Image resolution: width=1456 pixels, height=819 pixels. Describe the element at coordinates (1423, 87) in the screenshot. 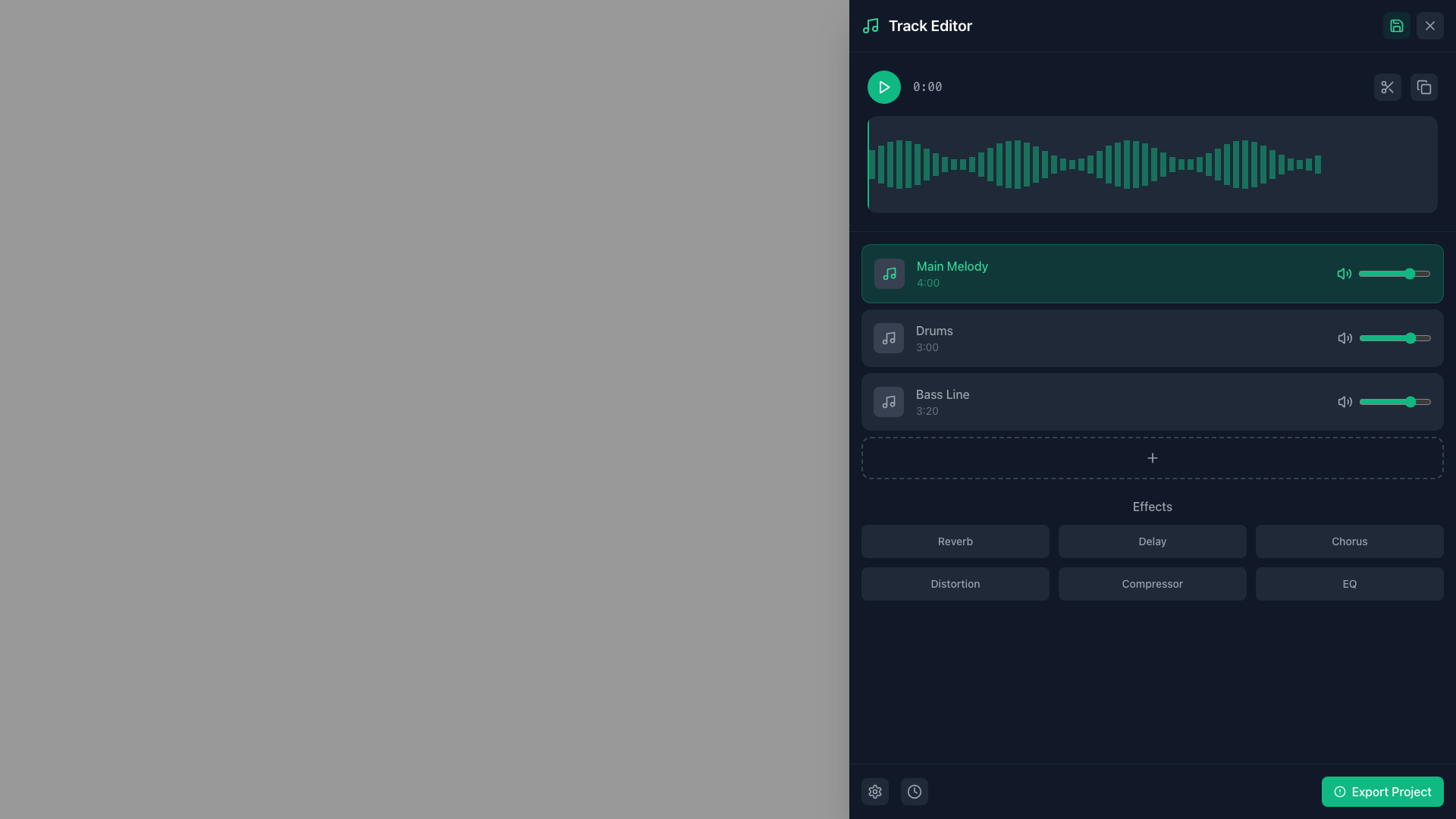

I see `the copy icon button, which is a small icon depicting two overlapping squares located in the upper-right corner of the interface` at that location.